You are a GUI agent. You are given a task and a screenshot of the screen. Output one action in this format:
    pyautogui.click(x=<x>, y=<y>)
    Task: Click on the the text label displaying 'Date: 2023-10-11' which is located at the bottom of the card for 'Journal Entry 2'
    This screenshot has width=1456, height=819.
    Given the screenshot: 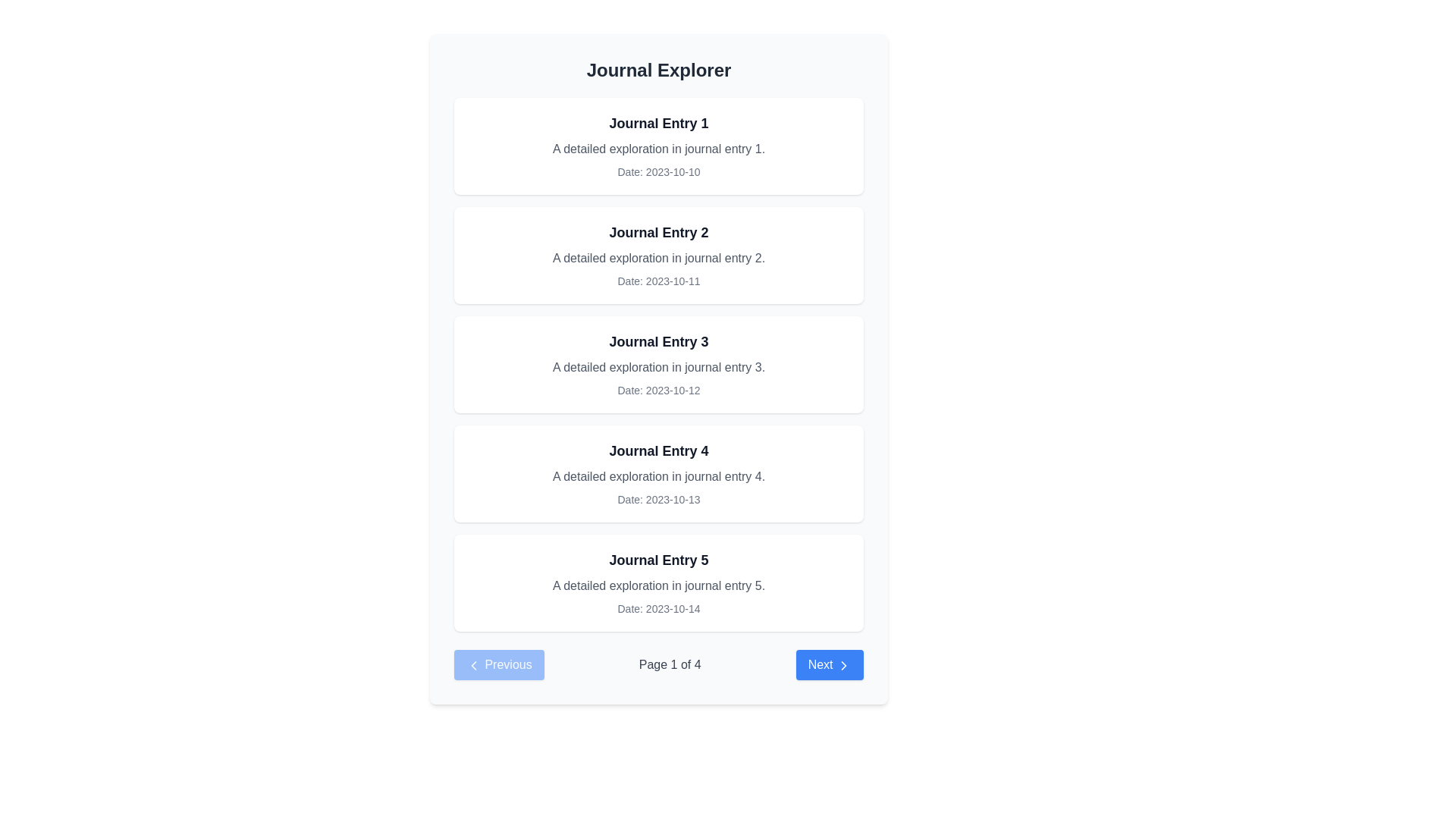 What is the action you would take?
    pyautogui.click(x=658, y=281)
    